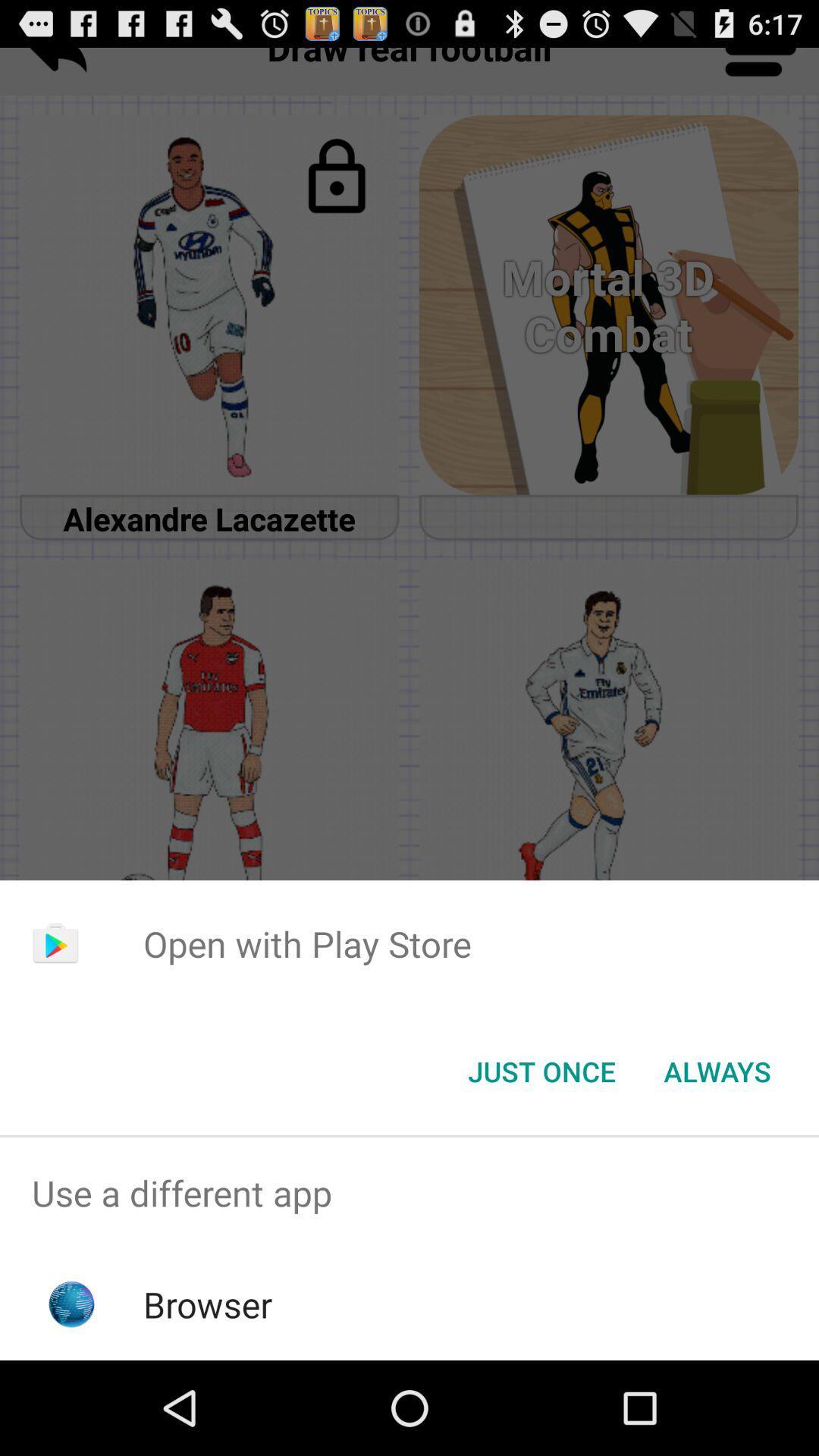 The image size is (819, 1456). What do you see at coordinates (717, 1070) in the screenshot?
I see `the always button` at bounding box center [717, 1070].